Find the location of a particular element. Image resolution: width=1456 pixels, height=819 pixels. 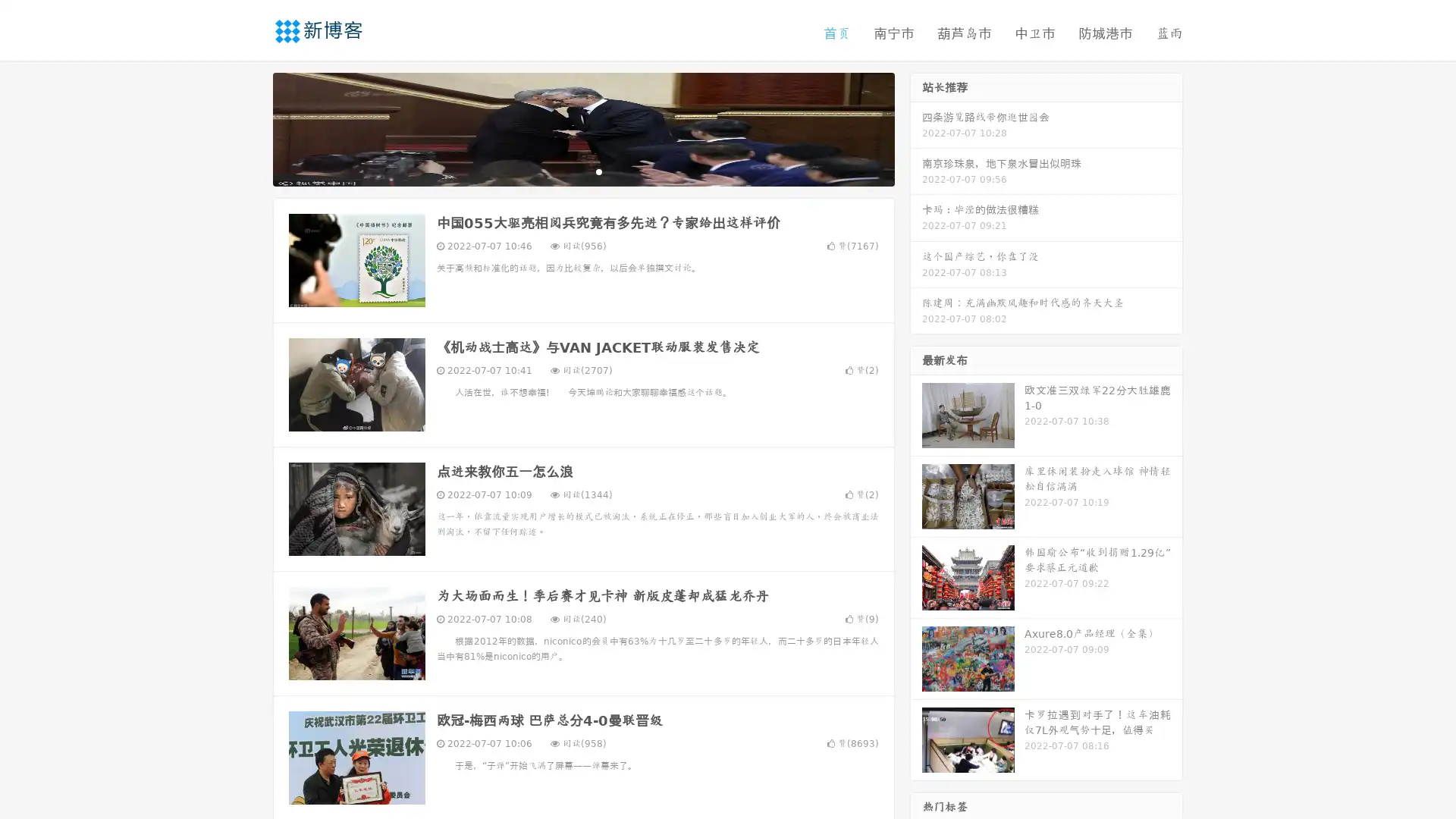

Next slide is located at coordinates (916, 127).